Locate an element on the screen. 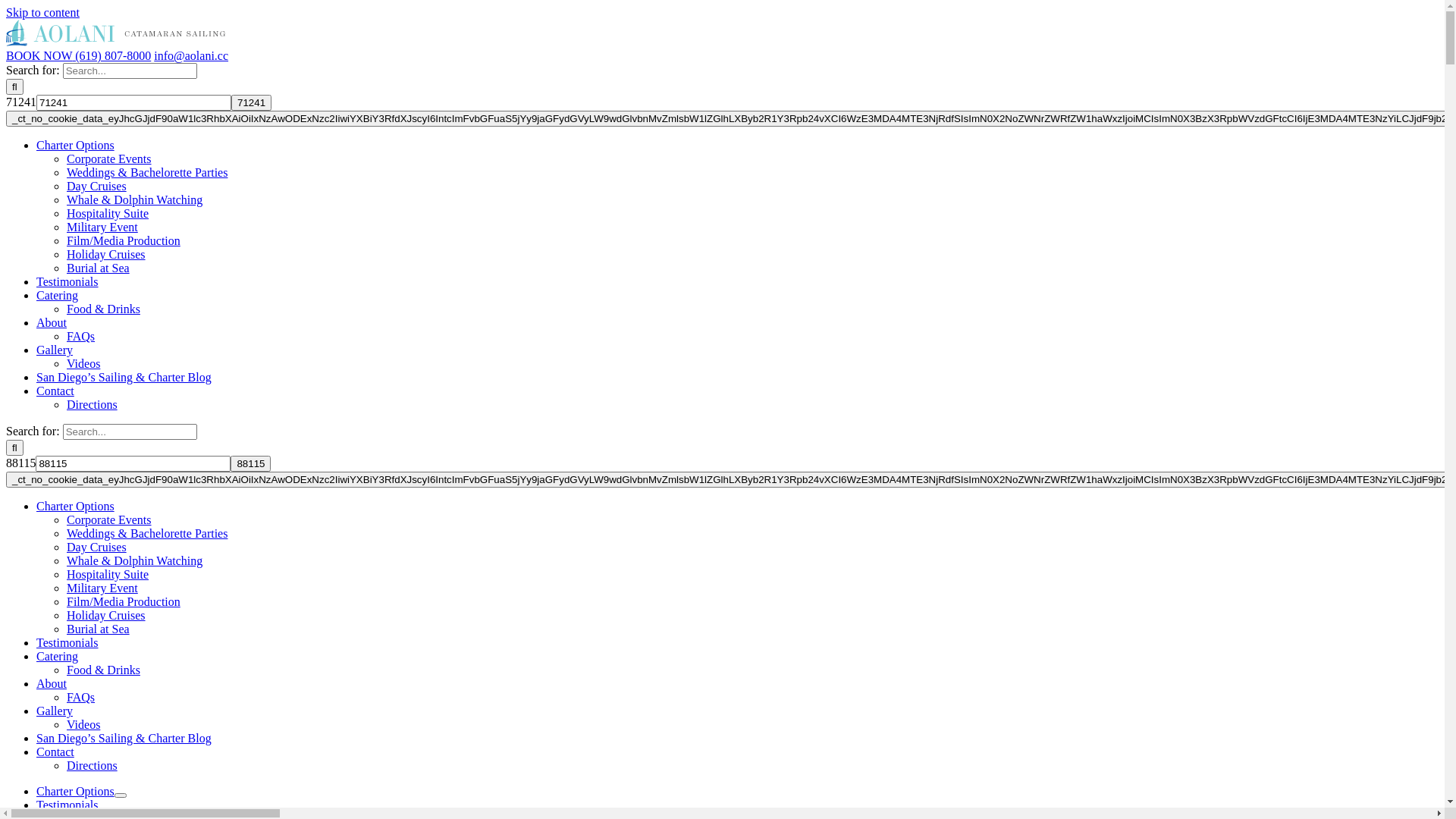  'info@aolani.cc' is located at coordinates (190, 55).